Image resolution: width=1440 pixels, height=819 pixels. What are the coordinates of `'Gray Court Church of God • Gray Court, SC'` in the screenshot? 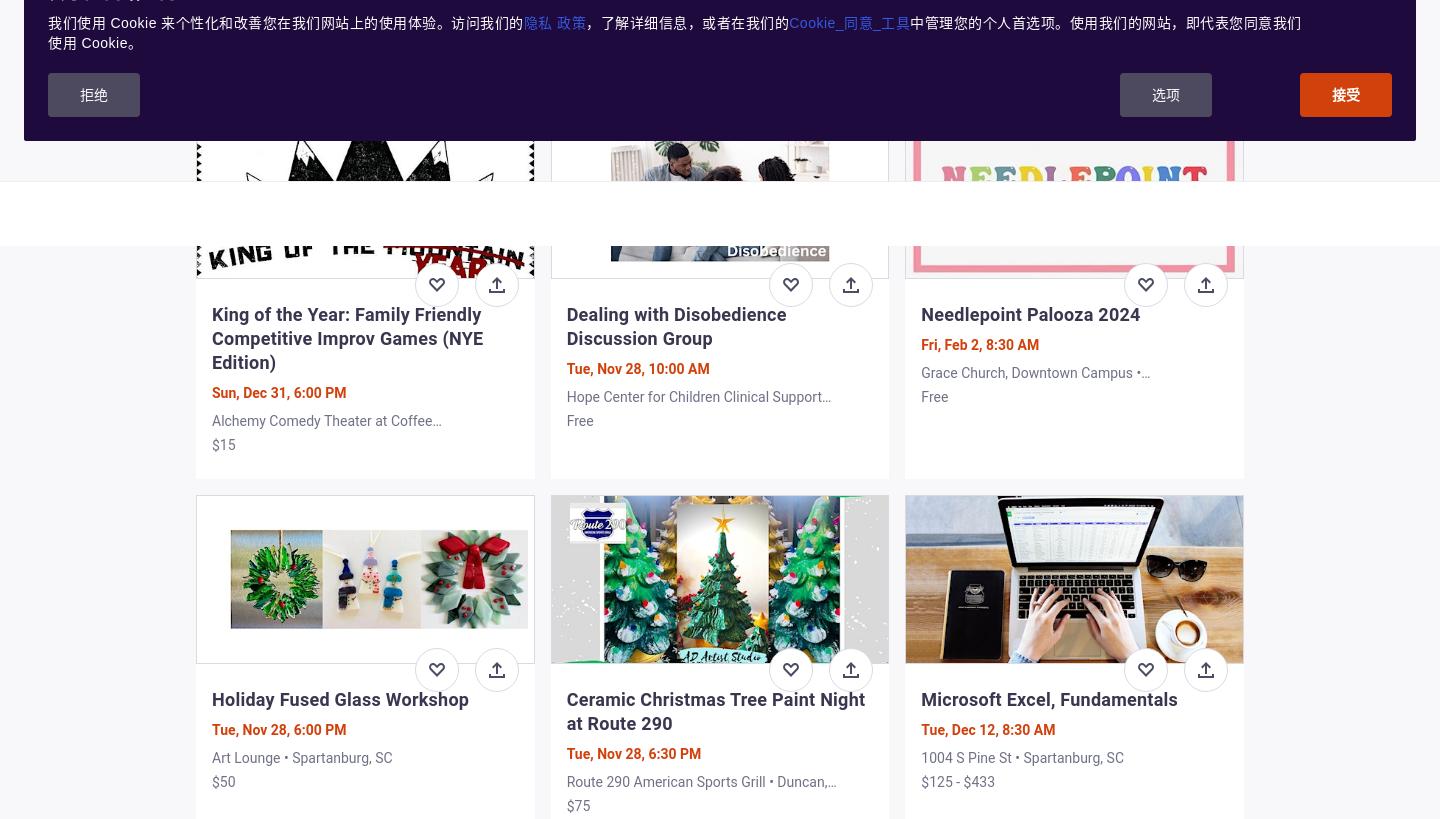 It's located at (1051, 33).